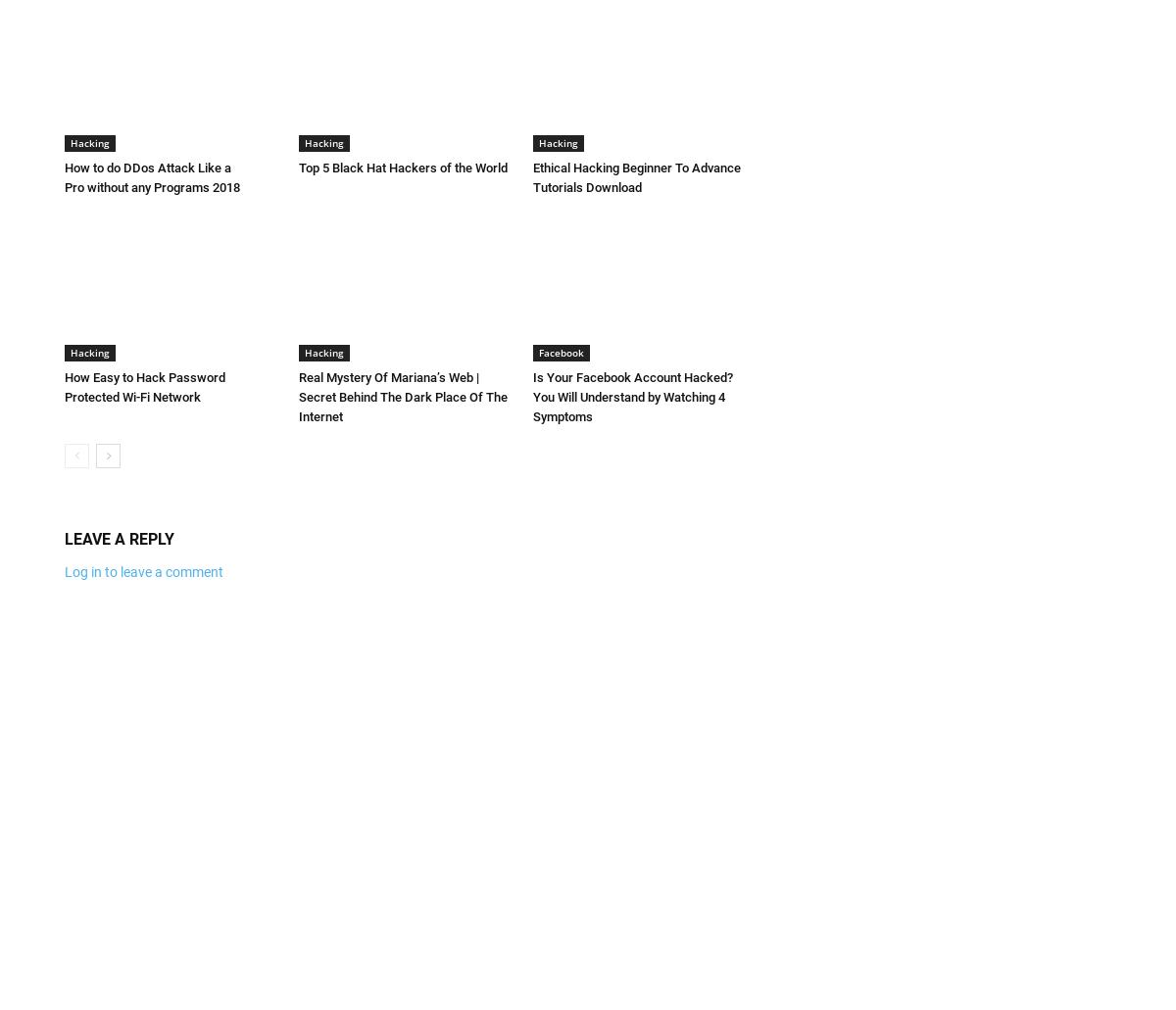  Describe the element at coordinates (120, 537) in the screenshot. I see `'LEAVE A REPLY'` at that location.